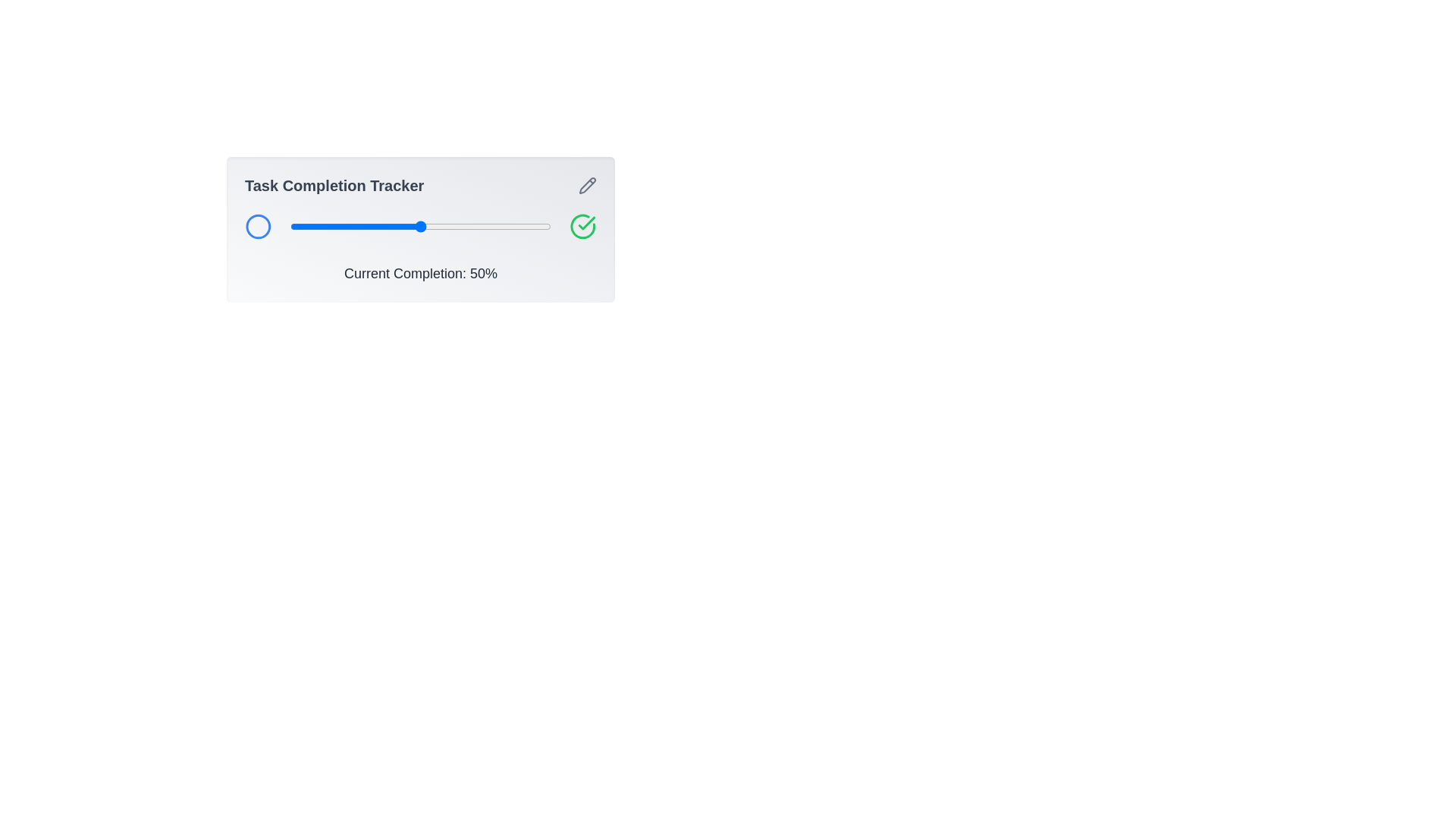  Describe the element at coordinates (520, 227) in the screenshot. I see `the slider to set the task completion percentage to 88` at that location.